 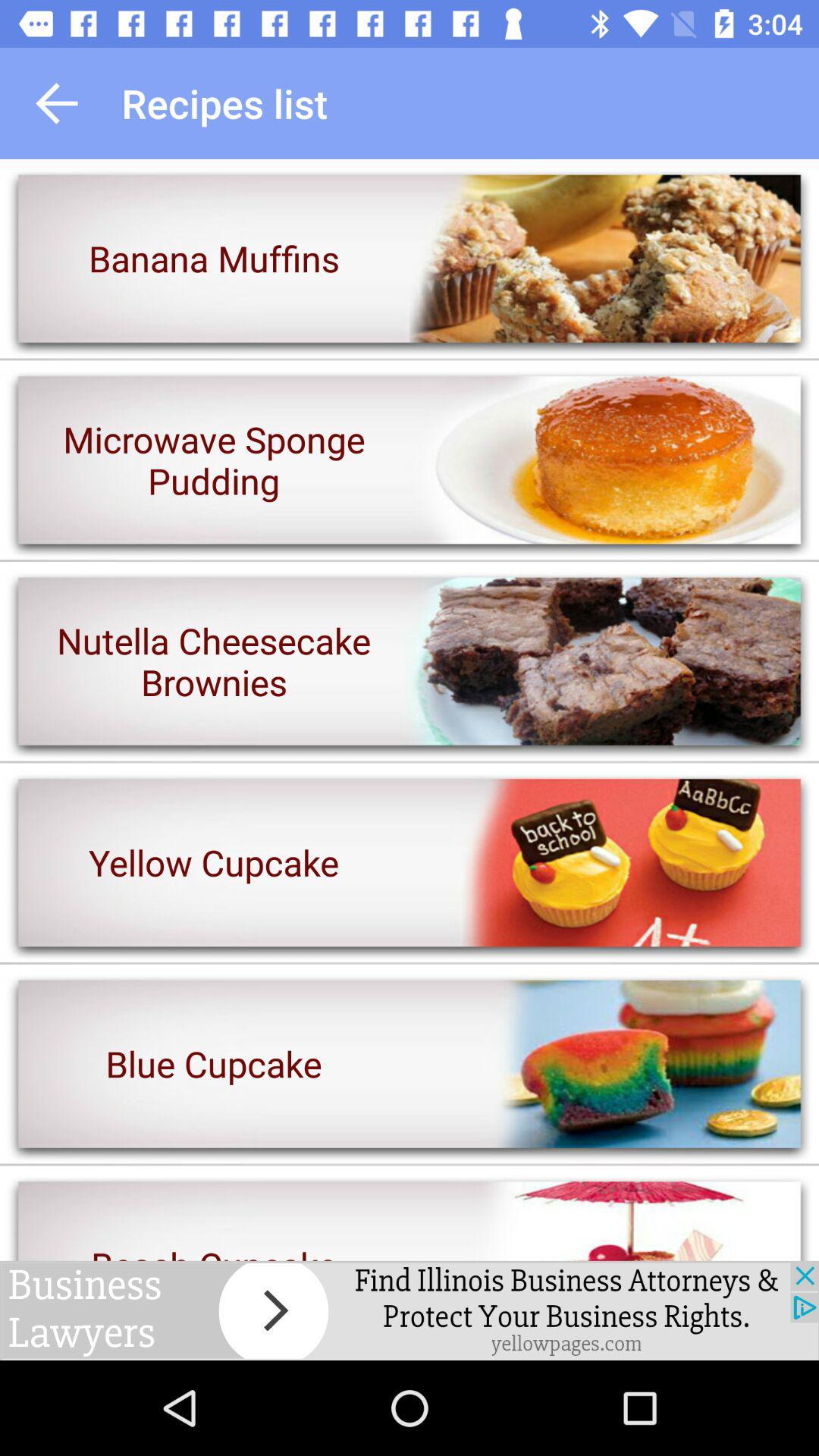 What do you see at coordinates (55, 102) in the screenshot?
I see `go back` at bounding box center [55, 102].